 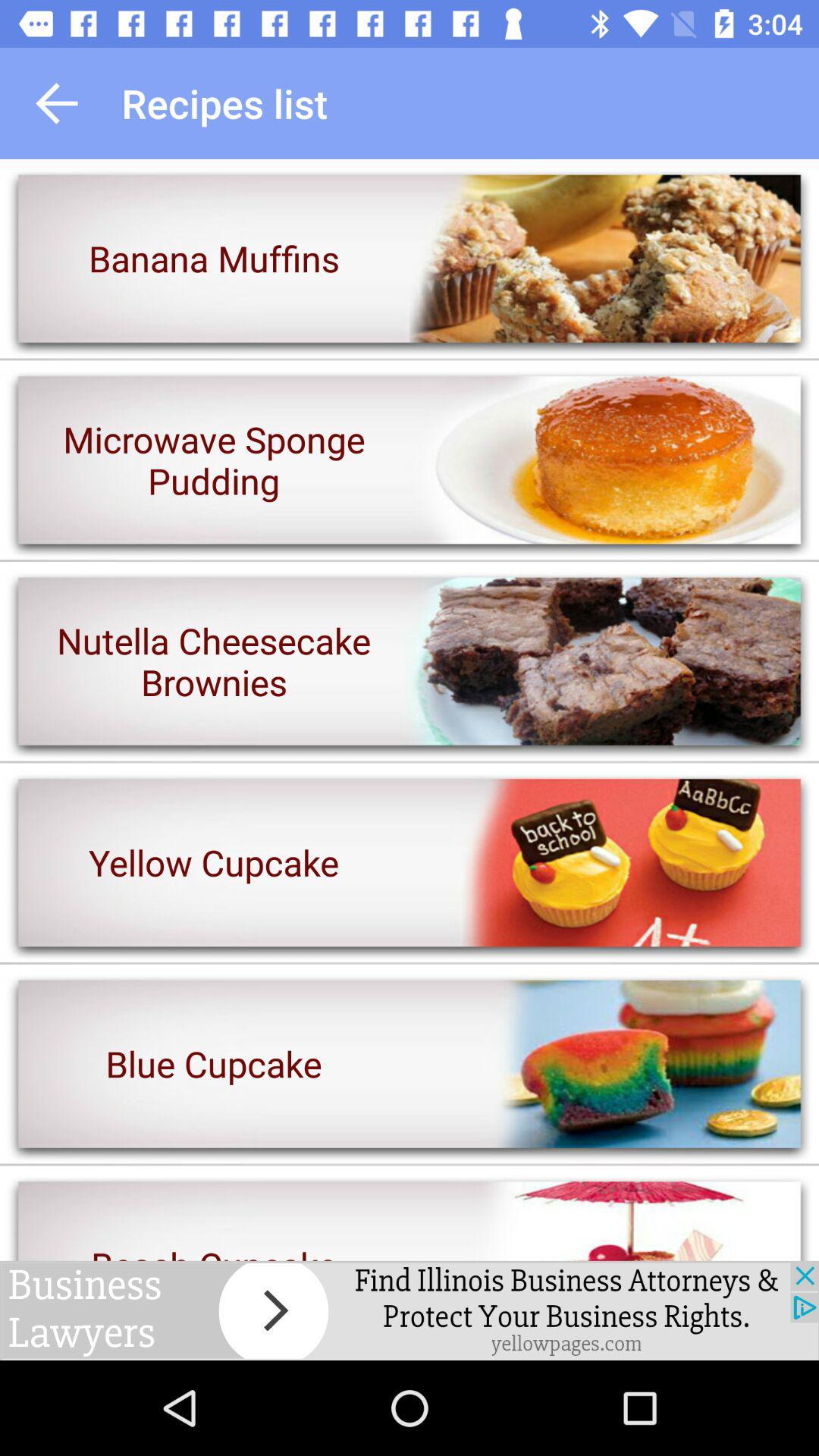 What do you see at coordinates (55, 102) in the screenshot?
I see `go back` at bounding box center [55, 102].